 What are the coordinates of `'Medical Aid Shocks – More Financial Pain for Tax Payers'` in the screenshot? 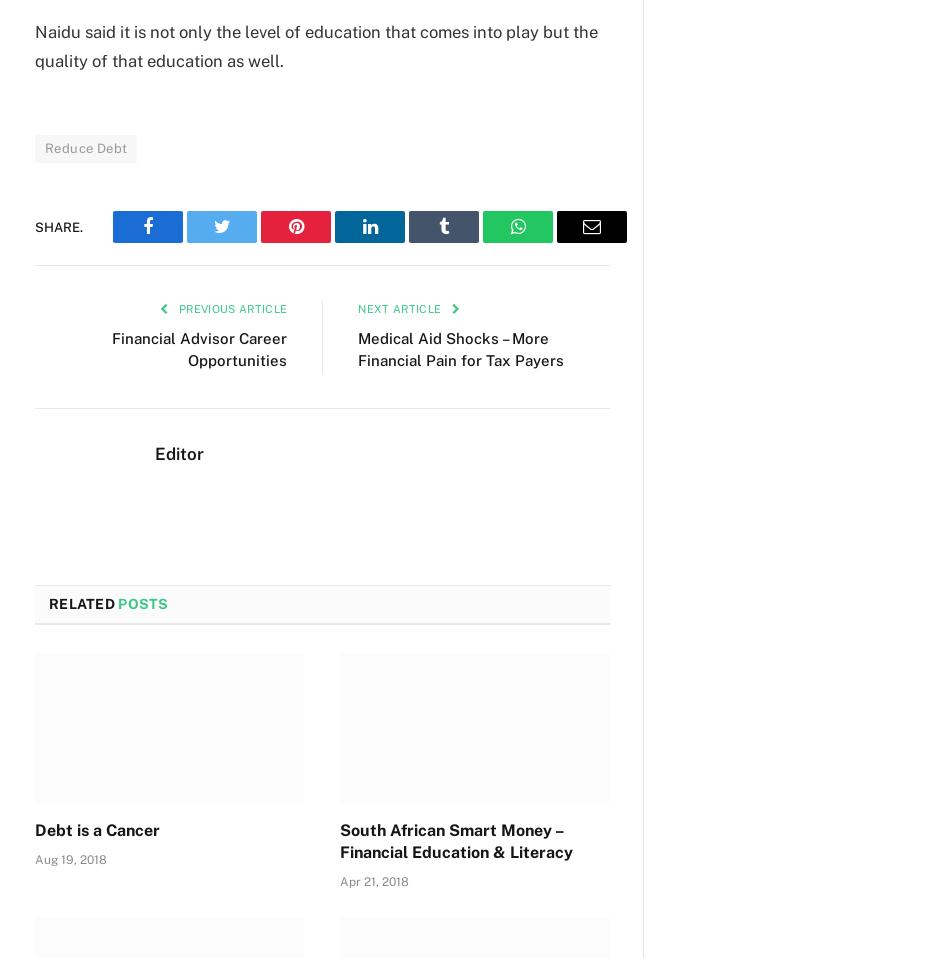 It's located at (356, 347).